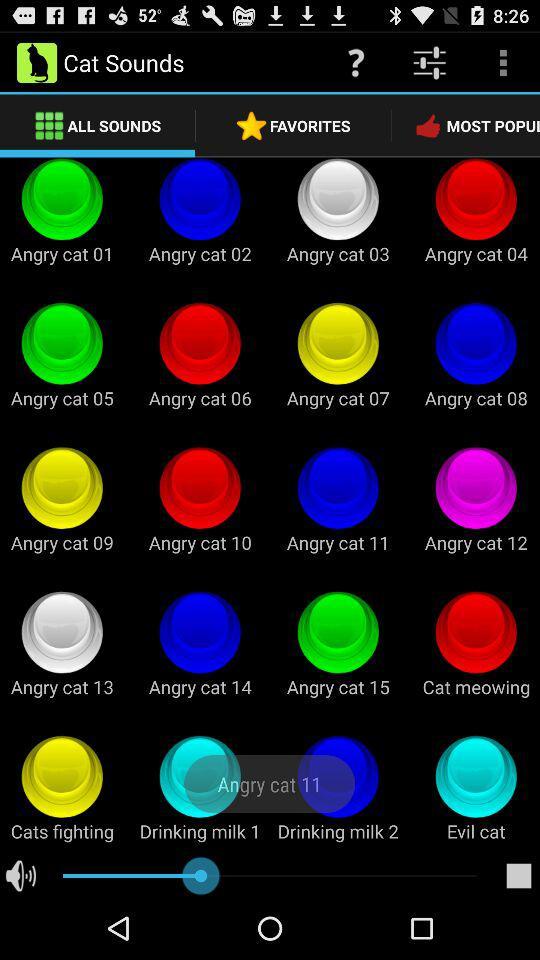 The width and height of the screenshot is (540, 960). I want to click on item above the most popular, so click(502, 62).